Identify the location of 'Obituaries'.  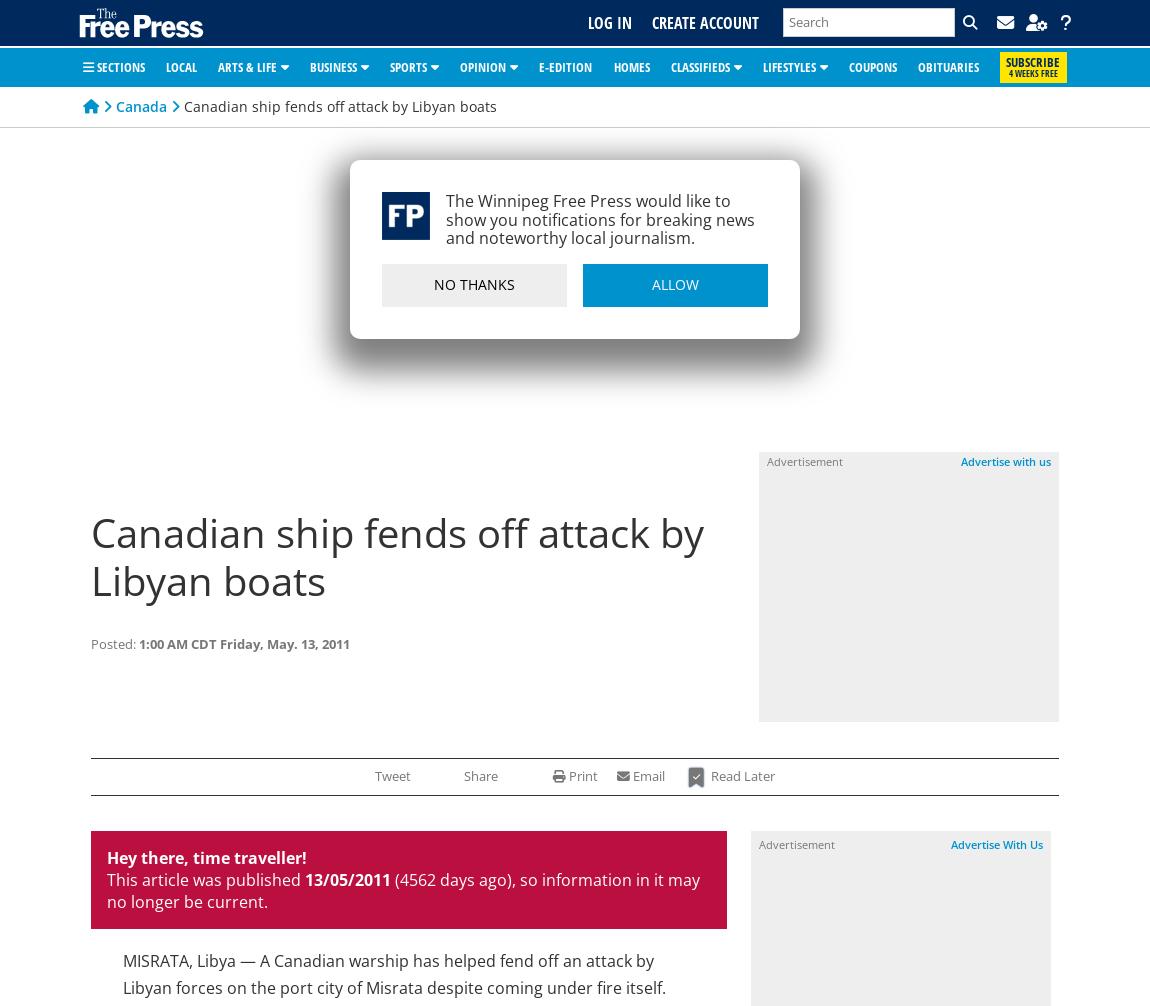
(947, 65).